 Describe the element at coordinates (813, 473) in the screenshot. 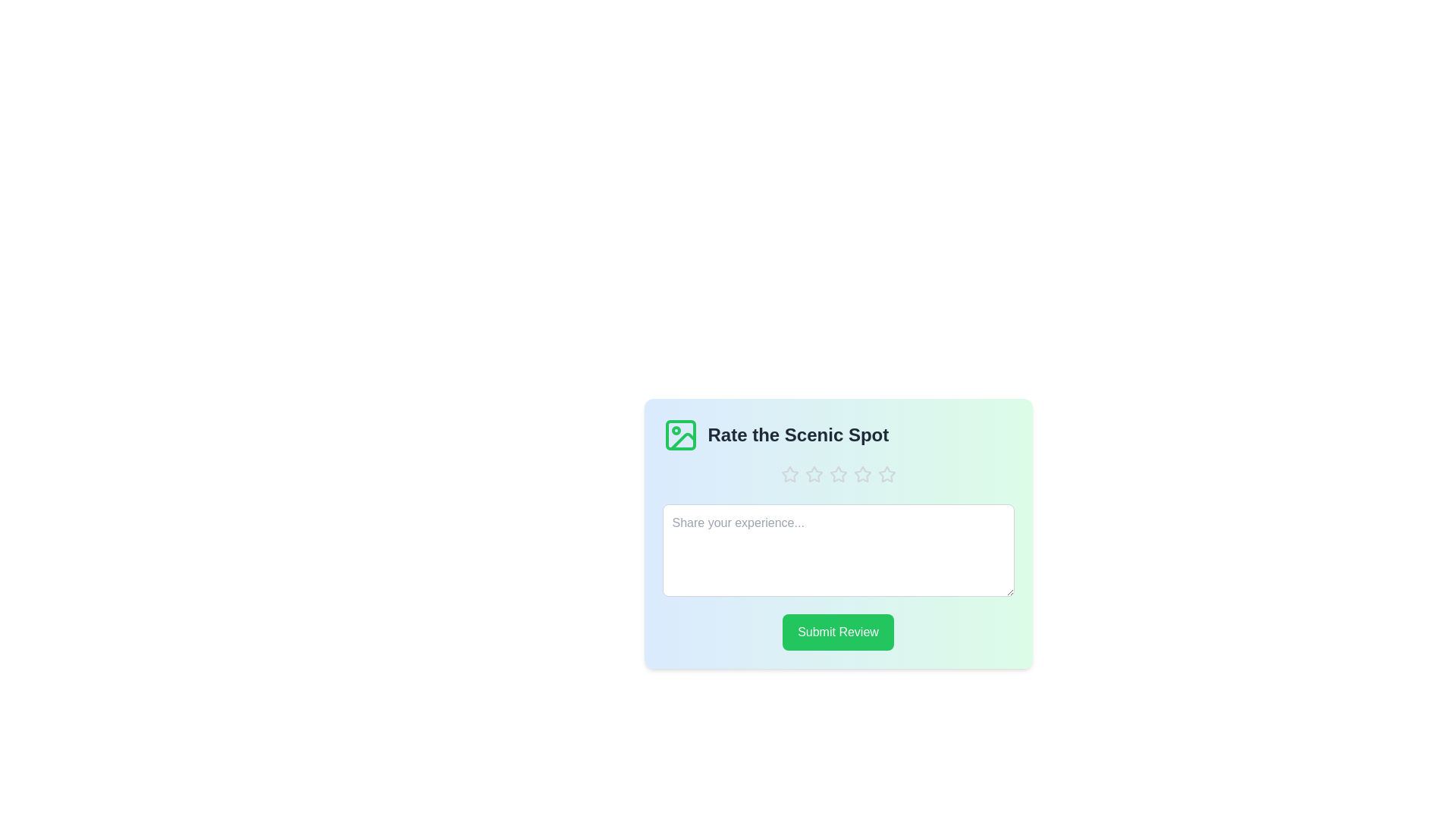

I see `the rating to 2 stars by clicking on the corresponding star icon` at that location.